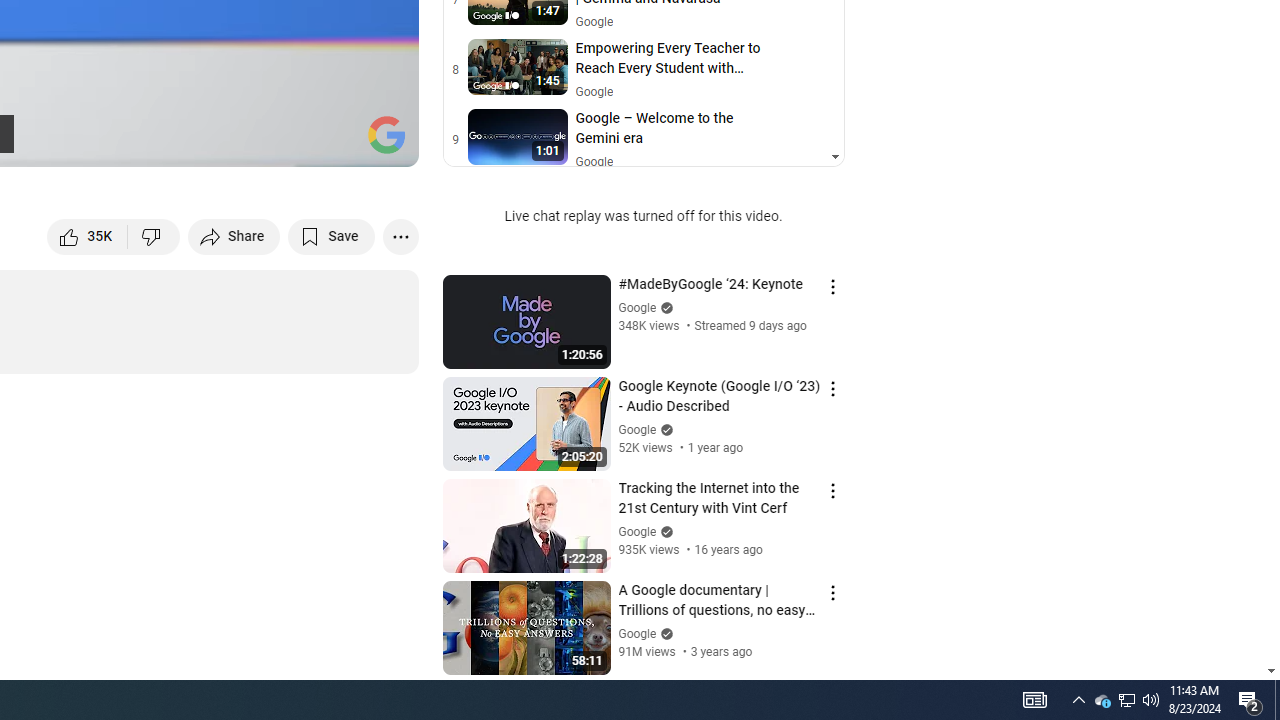  Describe the element at coordinates (87, 235) in the screenshot. I see `'like this video along with 35,367 other people'` at that location.